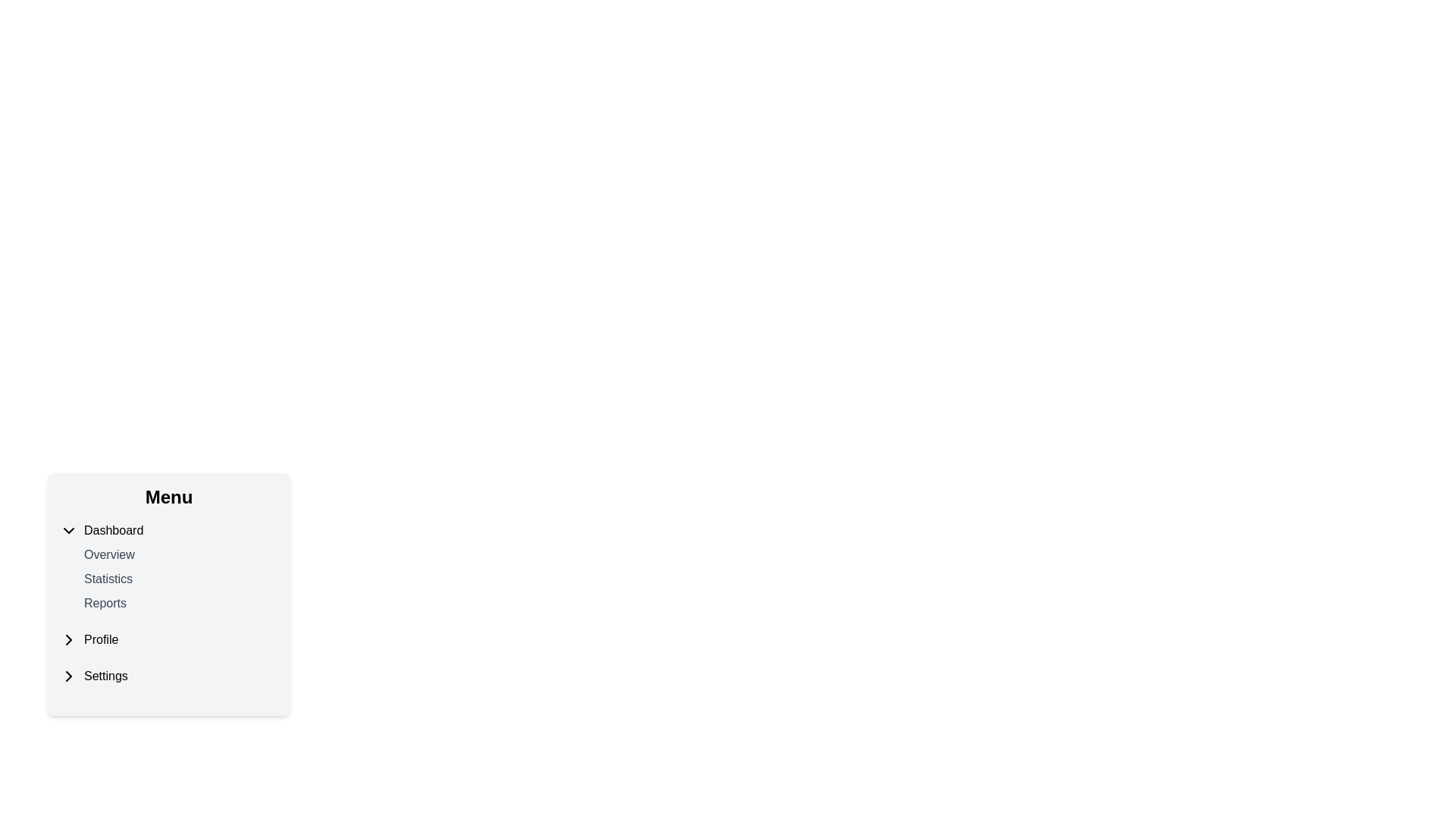  What do you see at coordinates (113, 529) in the screenshot?
I see `the 'Dashboard' text label in the navigation menu, which follows a downward chevron icon` at bounding box center [113, 529].